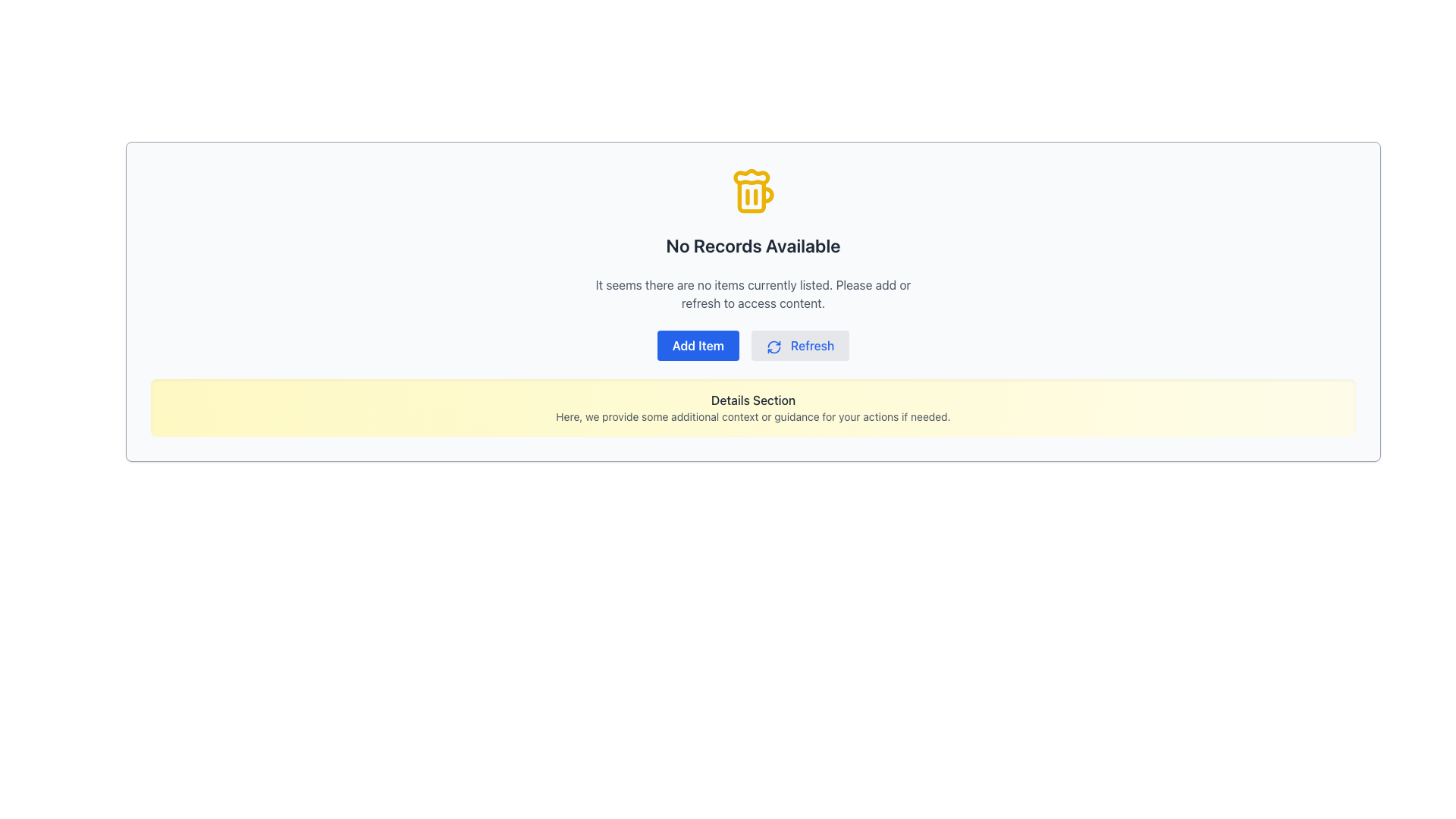 This screenshot has width=1456, height=819. Describe the element at coordinates (773, 347) in the screenshot. I see `the refresh icon, which is styled with a circular arrow pattern and is located within the 'Refresh' button in the interface` at that location.